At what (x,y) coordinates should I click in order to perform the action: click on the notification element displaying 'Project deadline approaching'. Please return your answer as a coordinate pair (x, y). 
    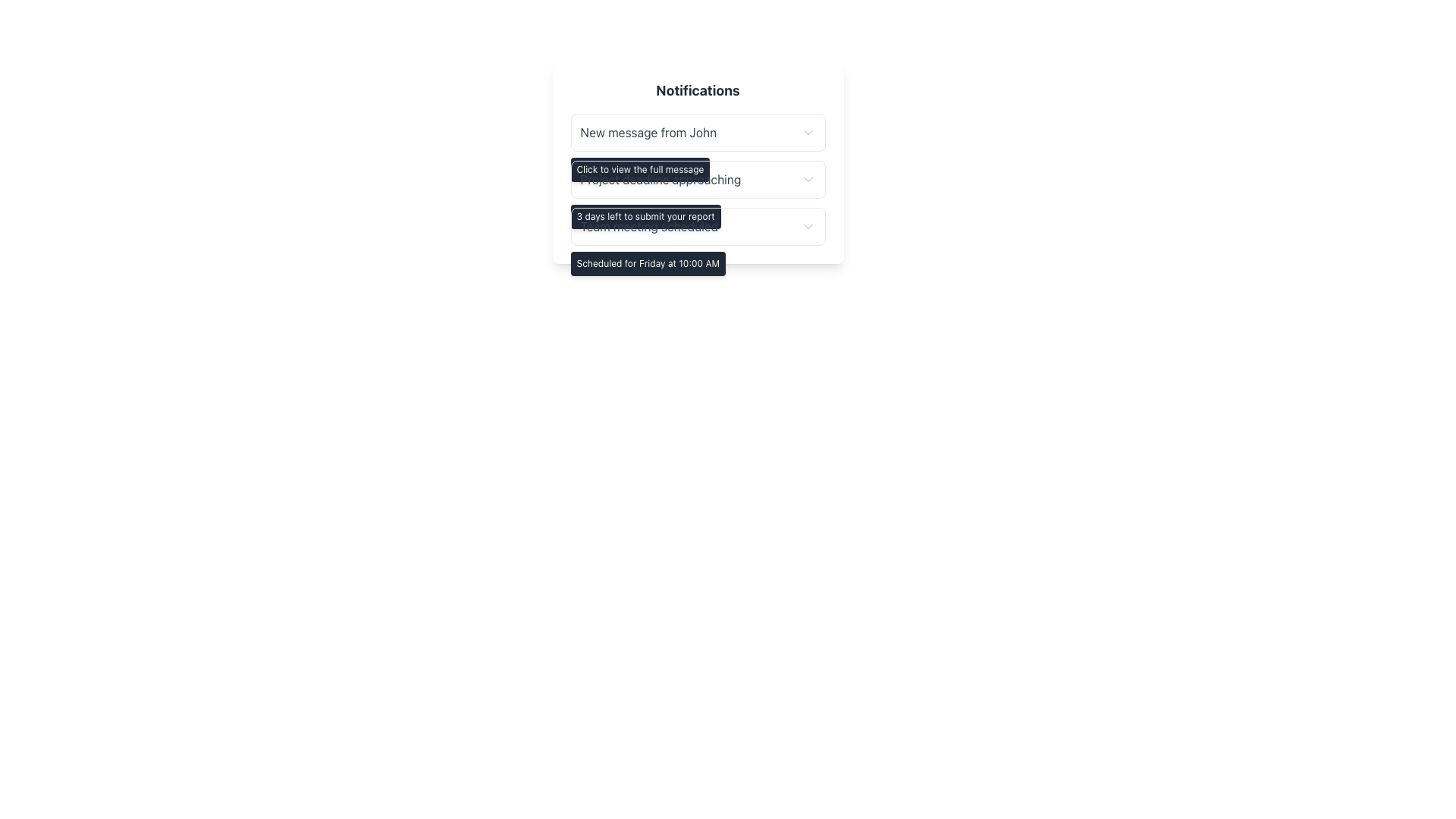
    Looking at the image, I should click on (697, 178).